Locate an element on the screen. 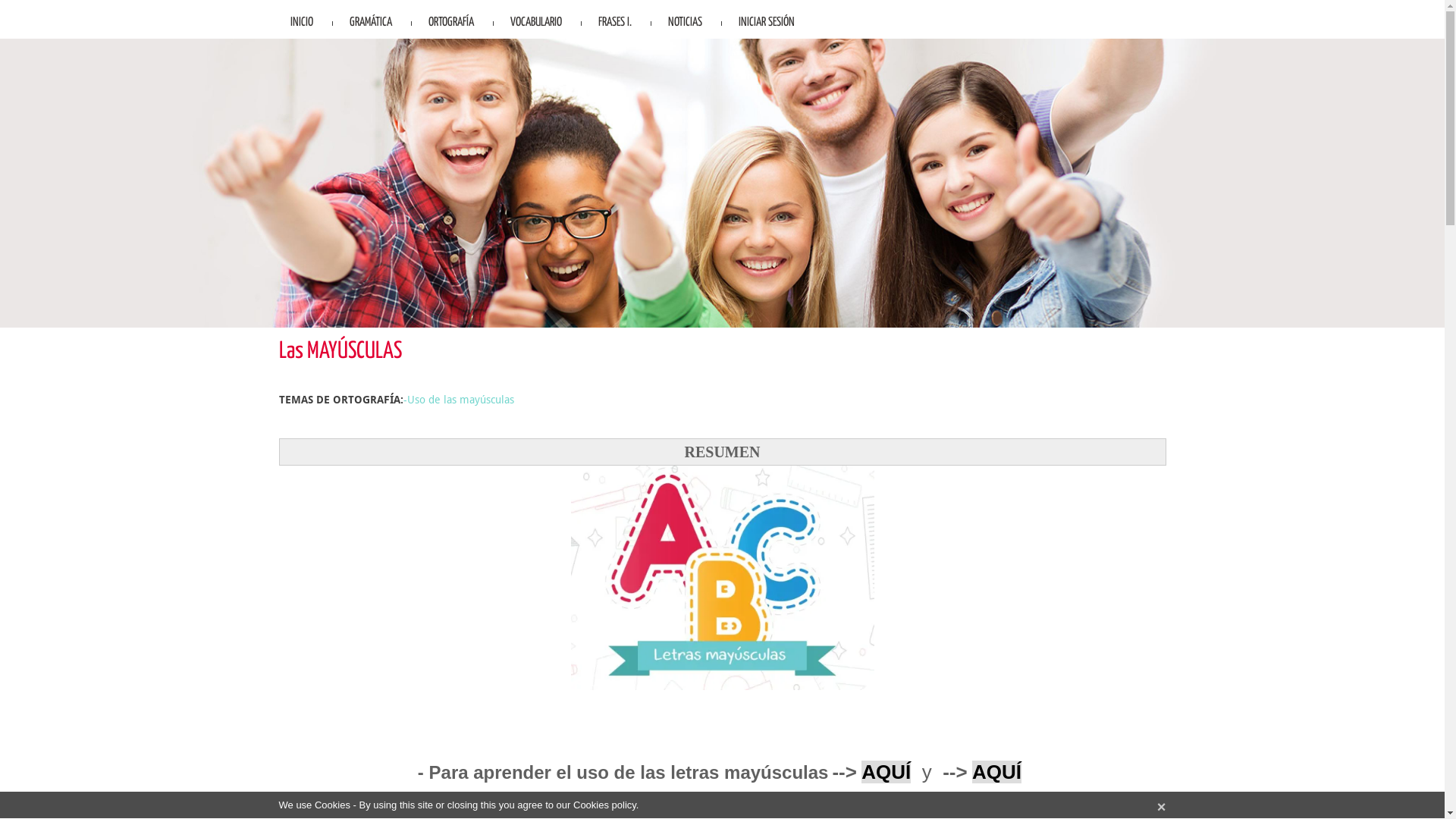  'INICIO' is located at coordinates (279, 19).